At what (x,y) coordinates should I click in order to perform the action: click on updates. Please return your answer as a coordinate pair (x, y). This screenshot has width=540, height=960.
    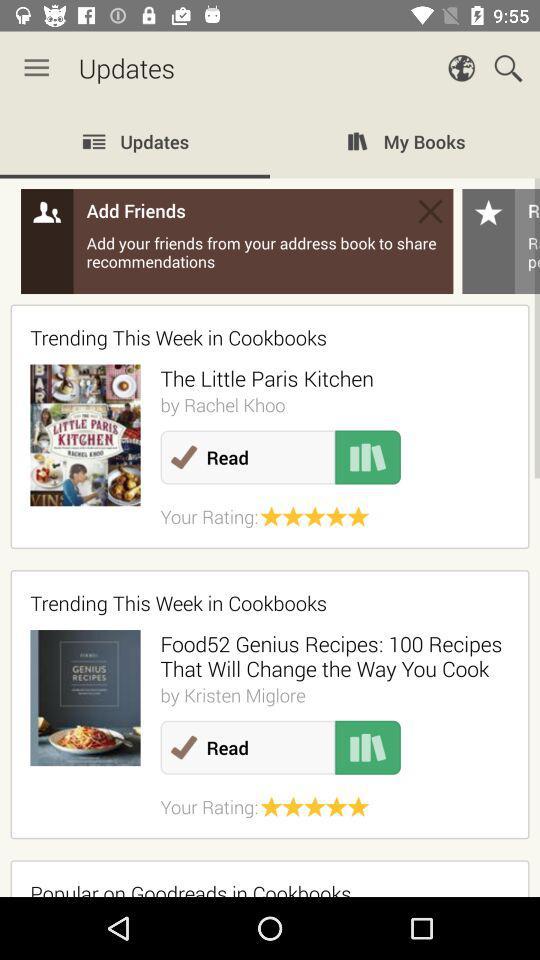
    Looking at the image, I should click on (270, 500).